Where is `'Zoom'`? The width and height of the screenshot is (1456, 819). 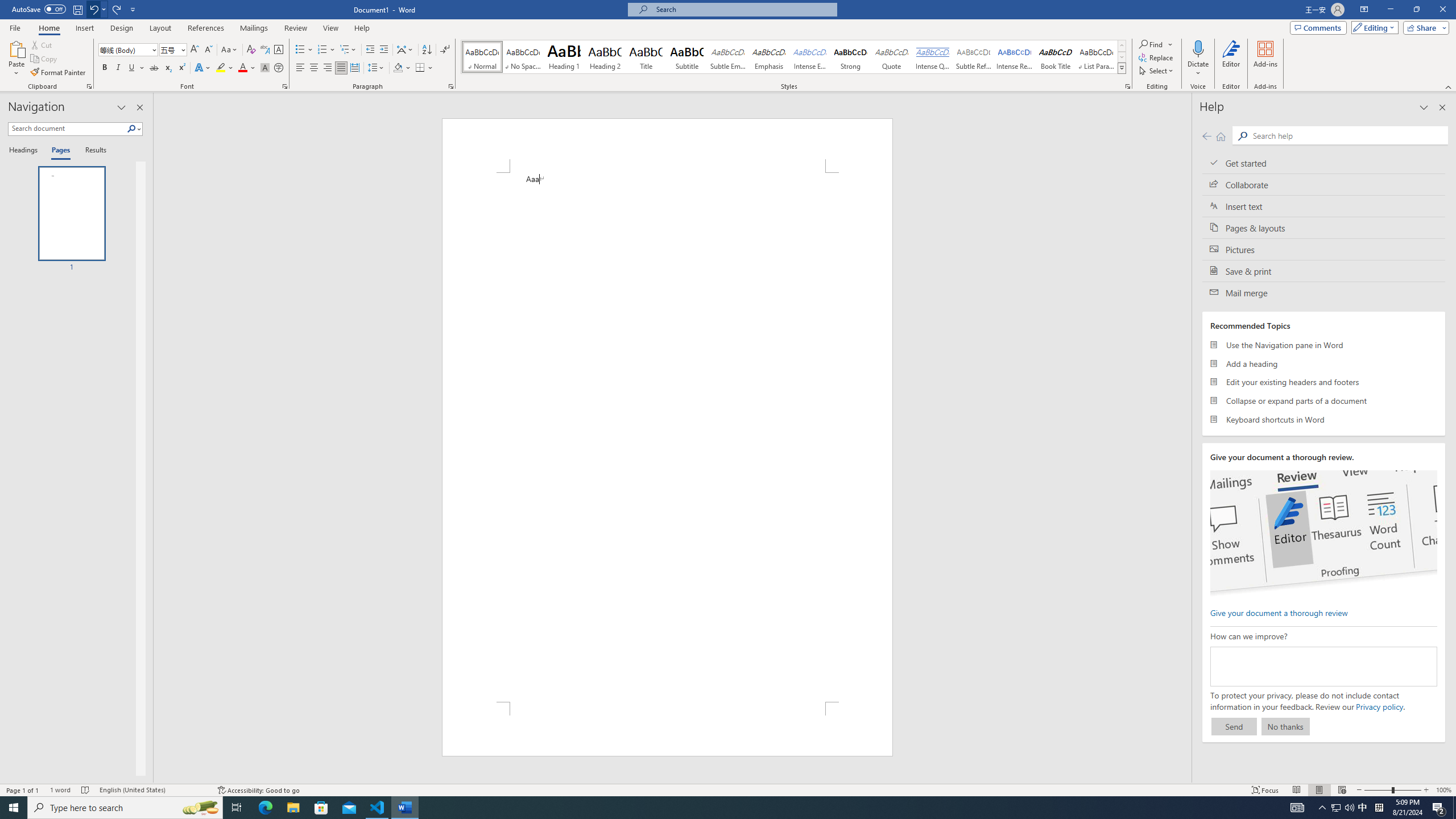
'Zoom' is located at coordinates (1392, 790).